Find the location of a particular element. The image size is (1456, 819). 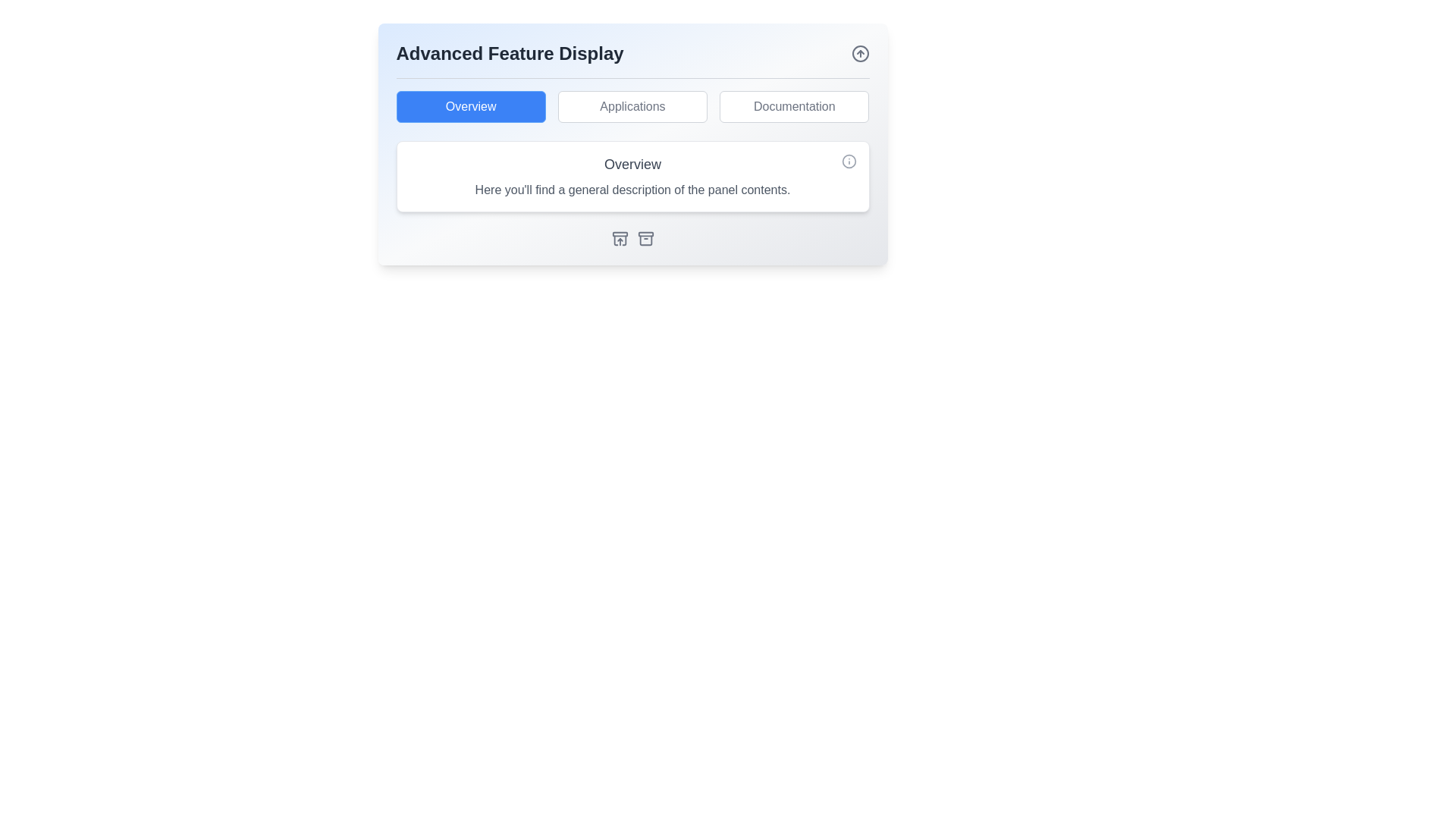

the informational icon represented by a circular shape with the letter 'i' located in the upper-right corner of the white card labeled 'Overview' is located at coordinates (848, 161).